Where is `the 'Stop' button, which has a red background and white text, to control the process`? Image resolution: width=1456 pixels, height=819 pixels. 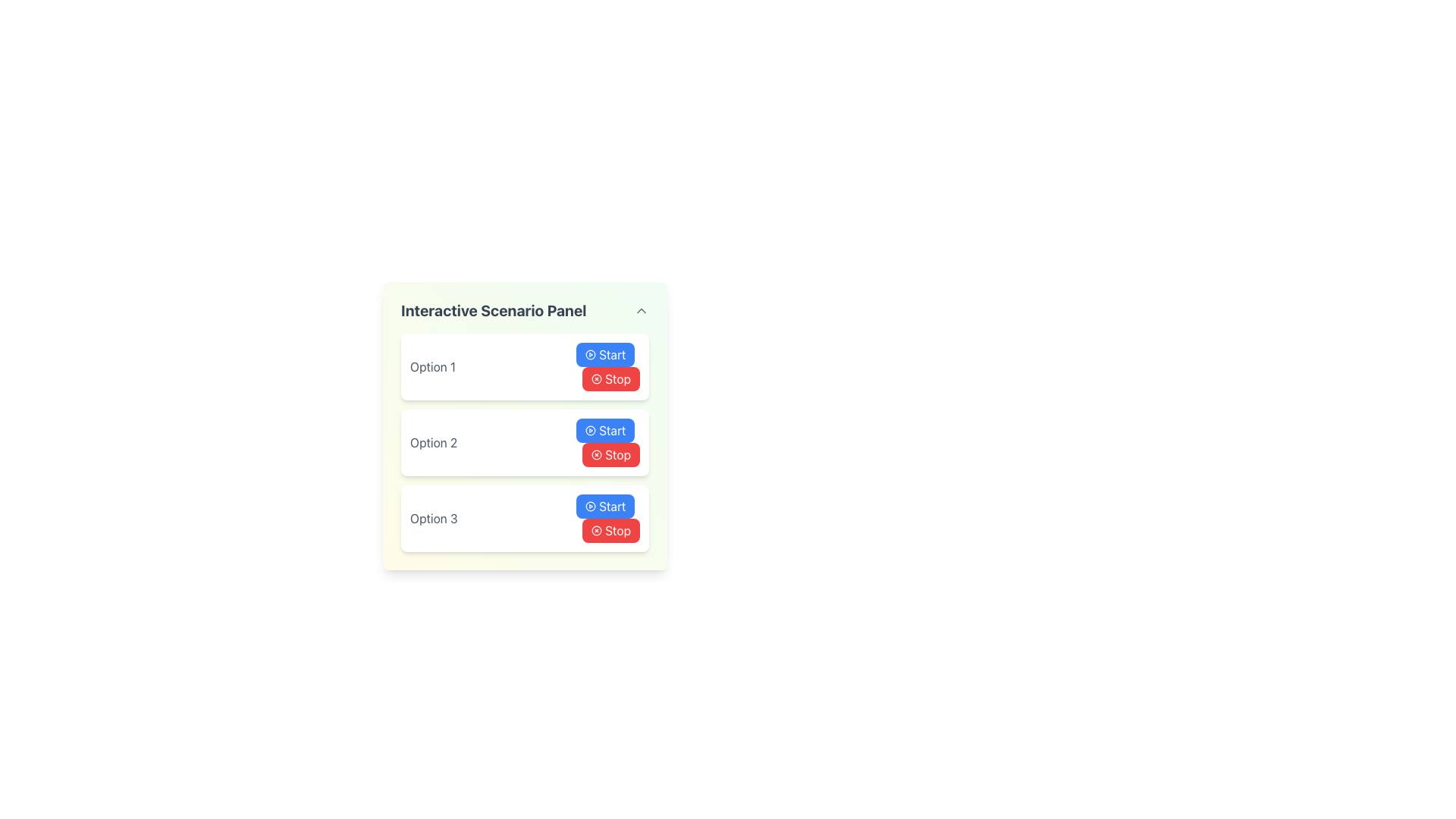
the 'Stop' button, which has a red background and white text, to control the process is located at coordinates (611, 529).